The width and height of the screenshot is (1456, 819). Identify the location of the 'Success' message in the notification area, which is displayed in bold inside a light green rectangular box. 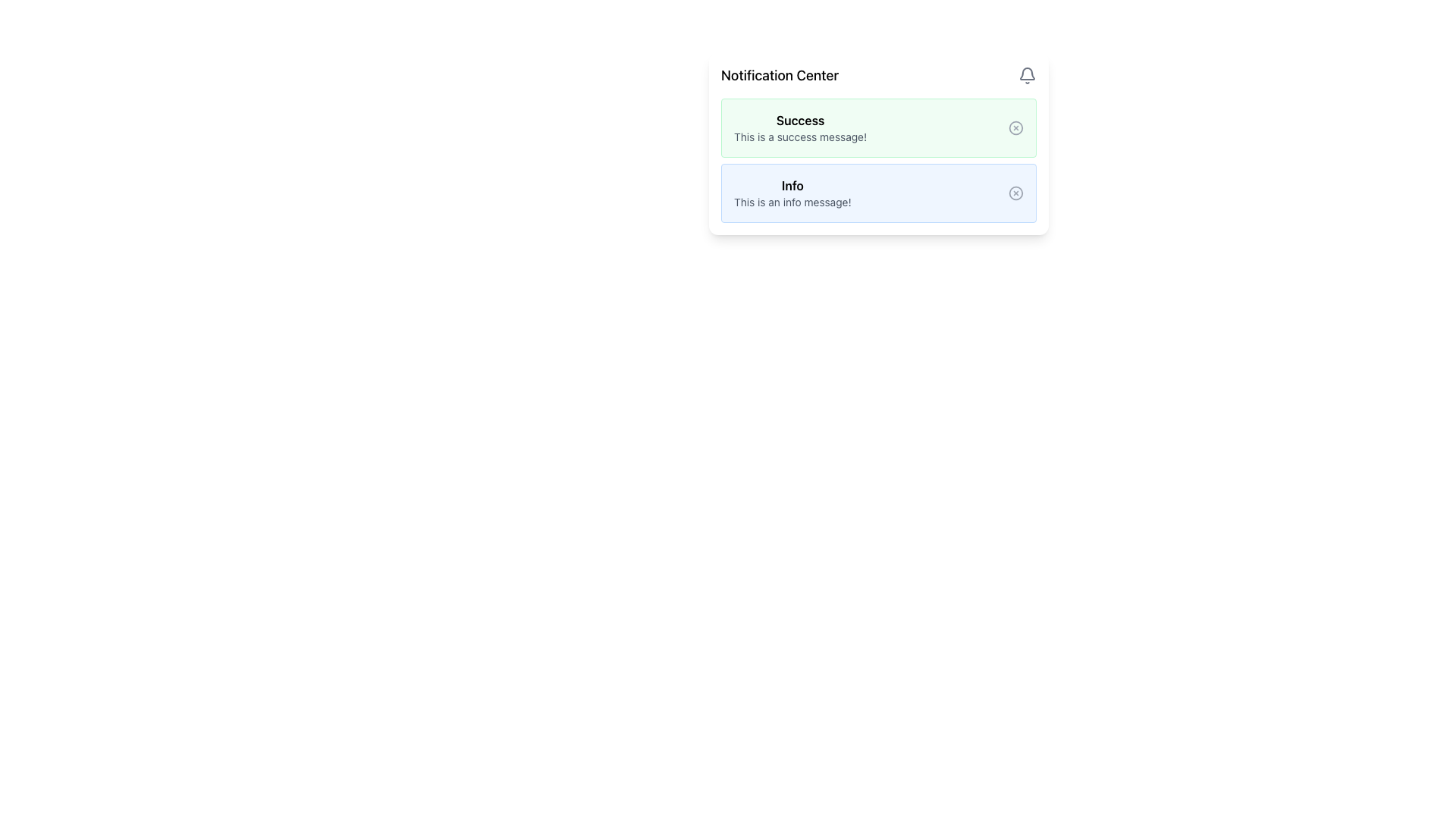
(799, 127).